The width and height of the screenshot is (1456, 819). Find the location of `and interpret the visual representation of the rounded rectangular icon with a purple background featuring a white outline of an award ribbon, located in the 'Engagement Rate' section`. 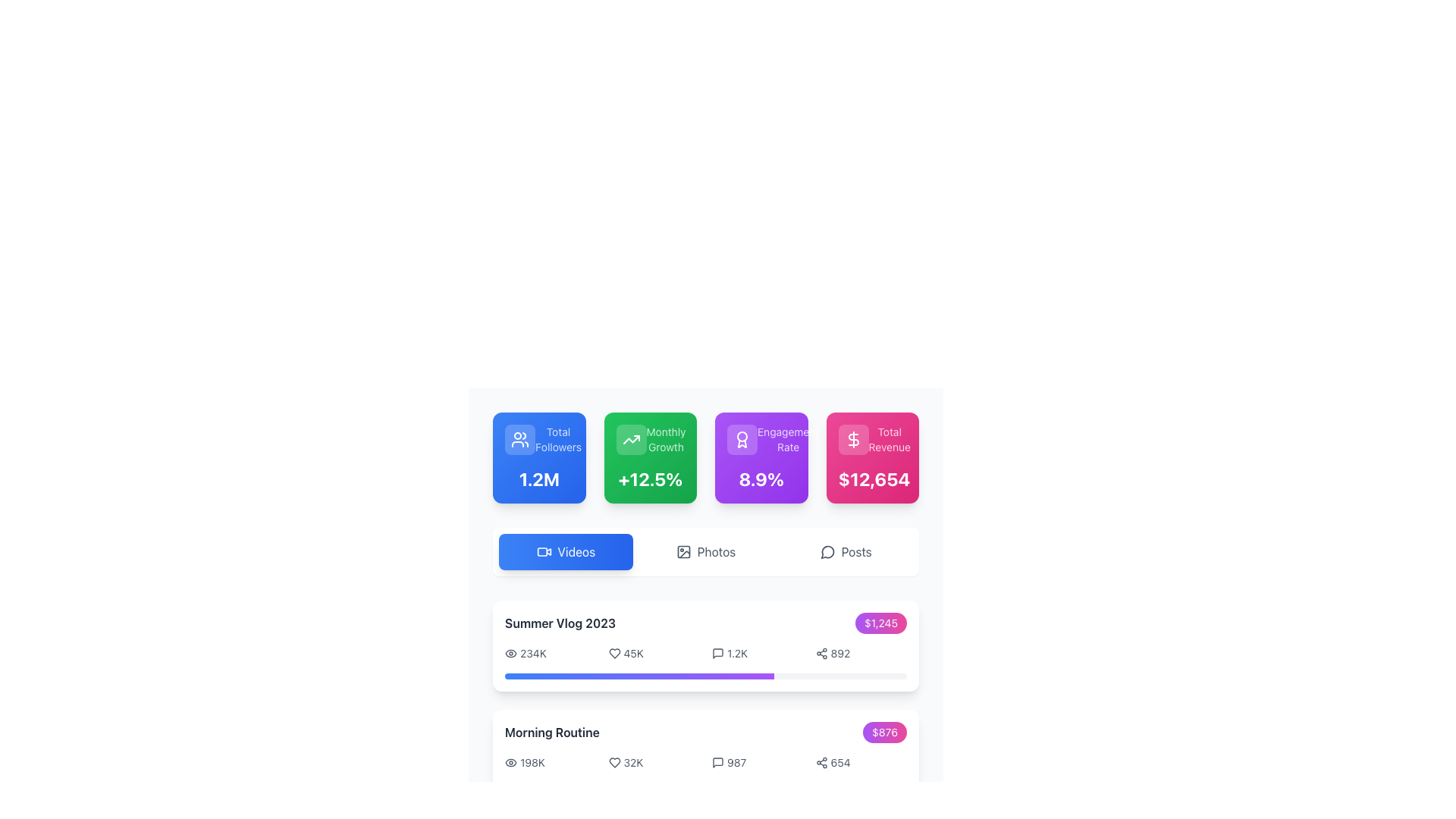

and interpret the visual representation of the rounded rectangular icon with a purple background featuring a white outline of an award ribbon, located in the 'Engagement Rate' section is located at coordinates (742, 439).